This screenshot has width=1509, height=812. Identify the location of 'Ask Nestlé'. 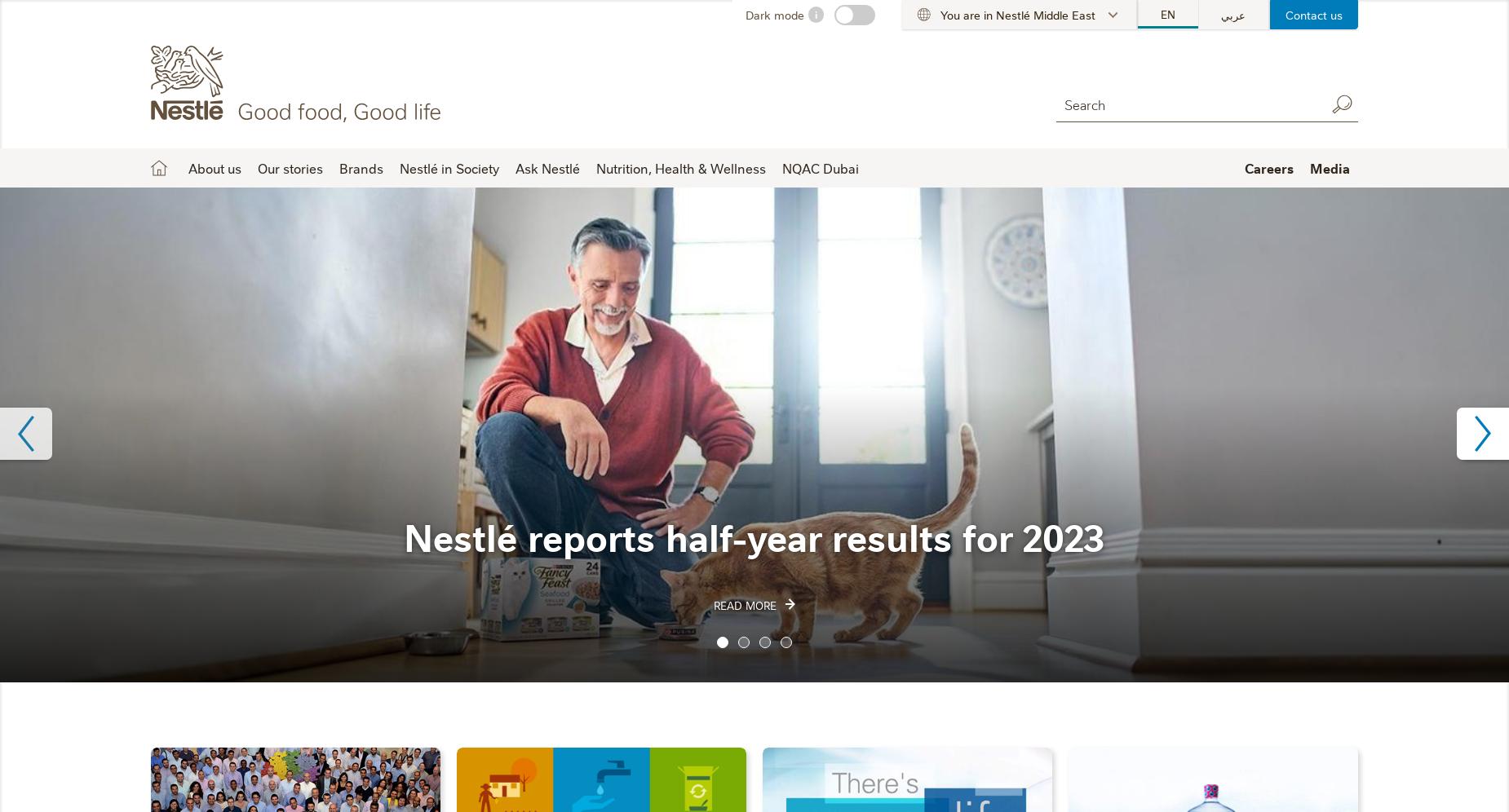
(547, 167).